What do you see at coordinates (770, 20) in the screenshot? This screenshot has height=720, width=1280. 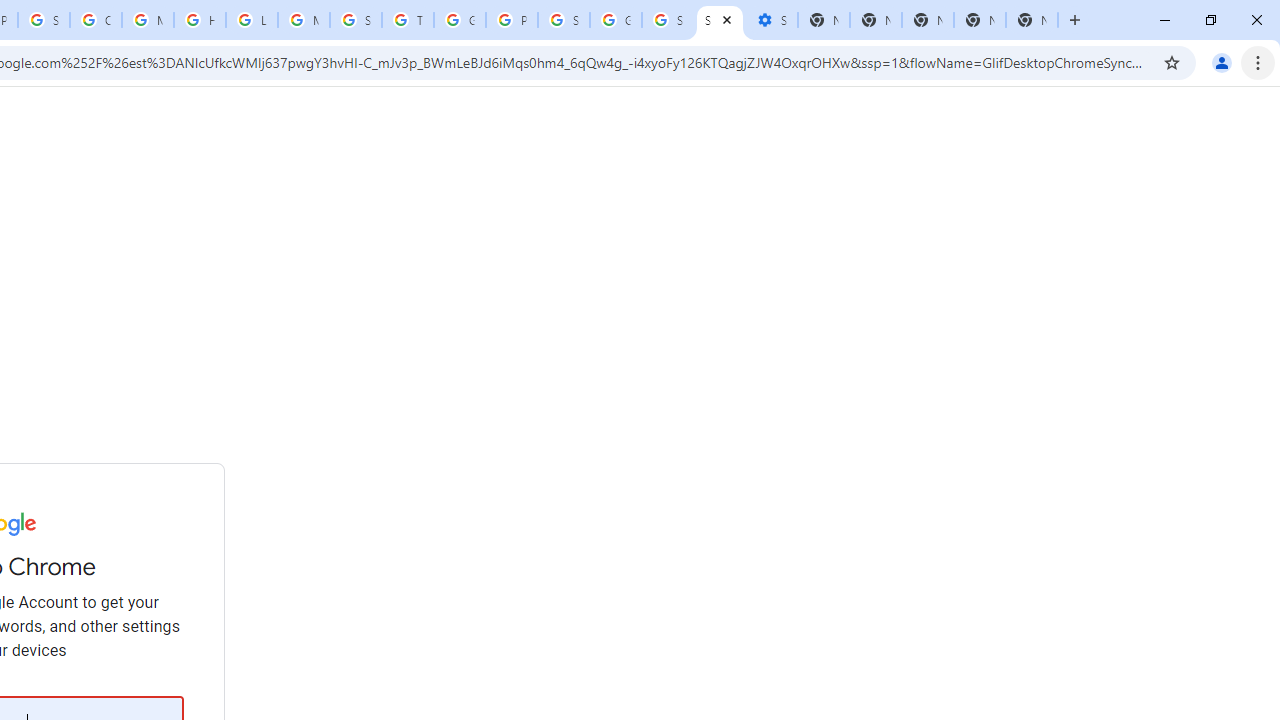 I see `'Settings - Performance'` at bounding box center [770, 20].